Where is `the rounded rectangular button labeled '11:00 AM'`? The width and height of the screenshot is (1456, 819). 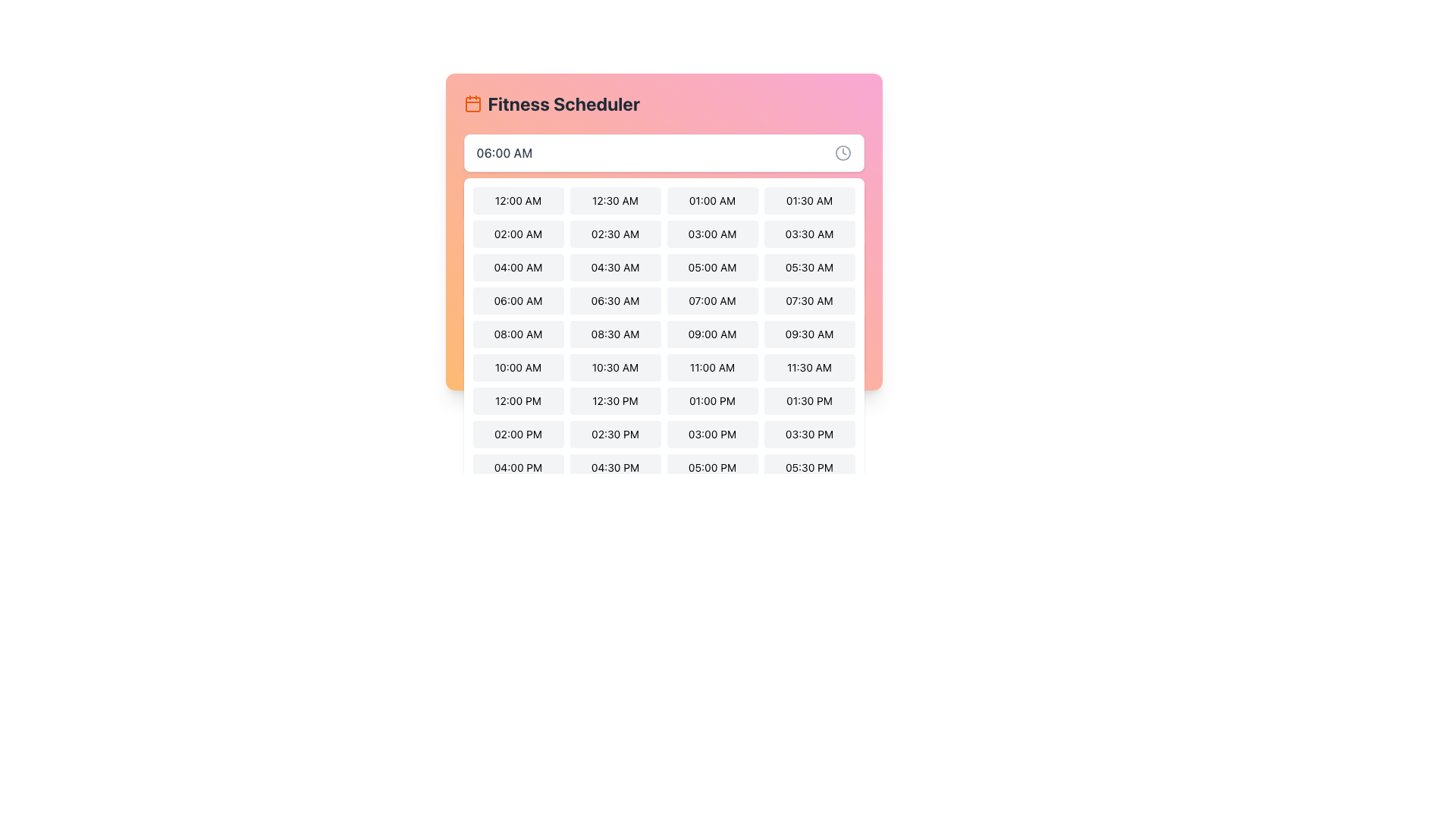
the rounded rectangular button labeled '11:00 AM' is located at coordinates (711, 368).